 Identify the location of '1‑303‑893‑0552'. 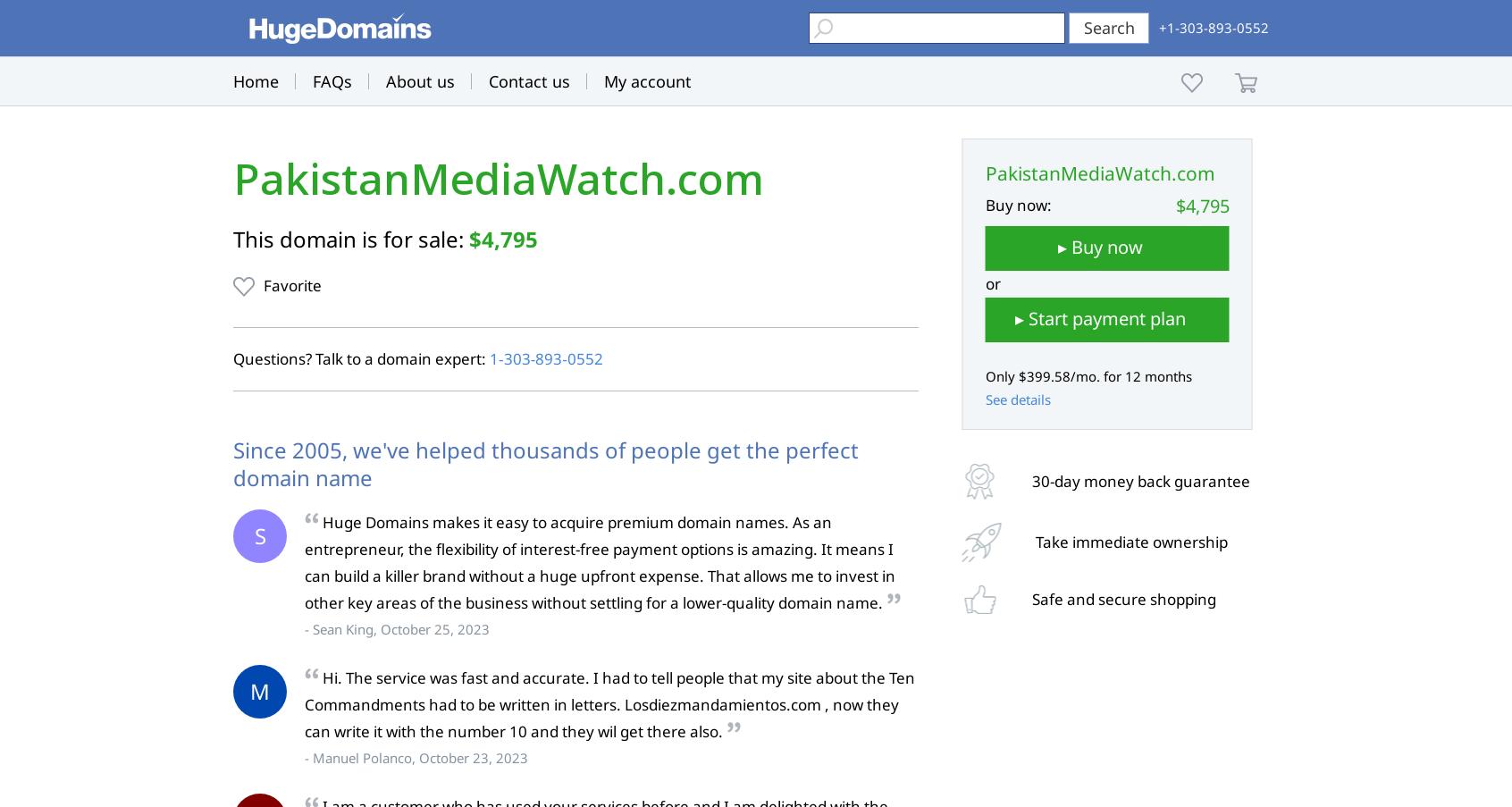
(490, 357).